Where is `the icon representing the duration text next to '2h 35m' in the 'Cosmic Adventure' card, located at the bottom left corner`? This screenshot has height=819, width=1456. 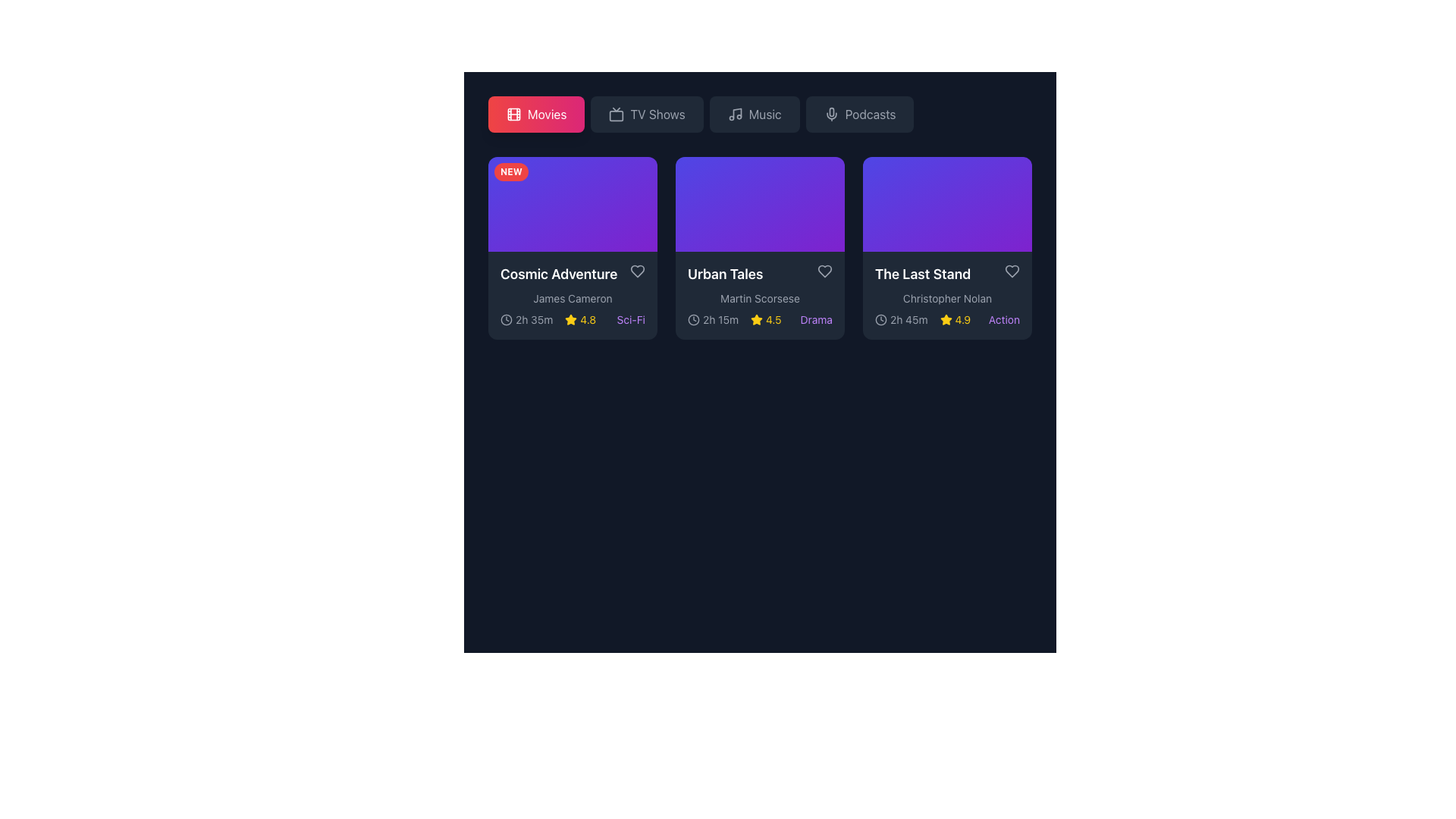 the icon representing the duration text next to '2h 35m' in the 'Cosmic Adventure' card, located at the bottom left corner is located at coordinates (506, 318).